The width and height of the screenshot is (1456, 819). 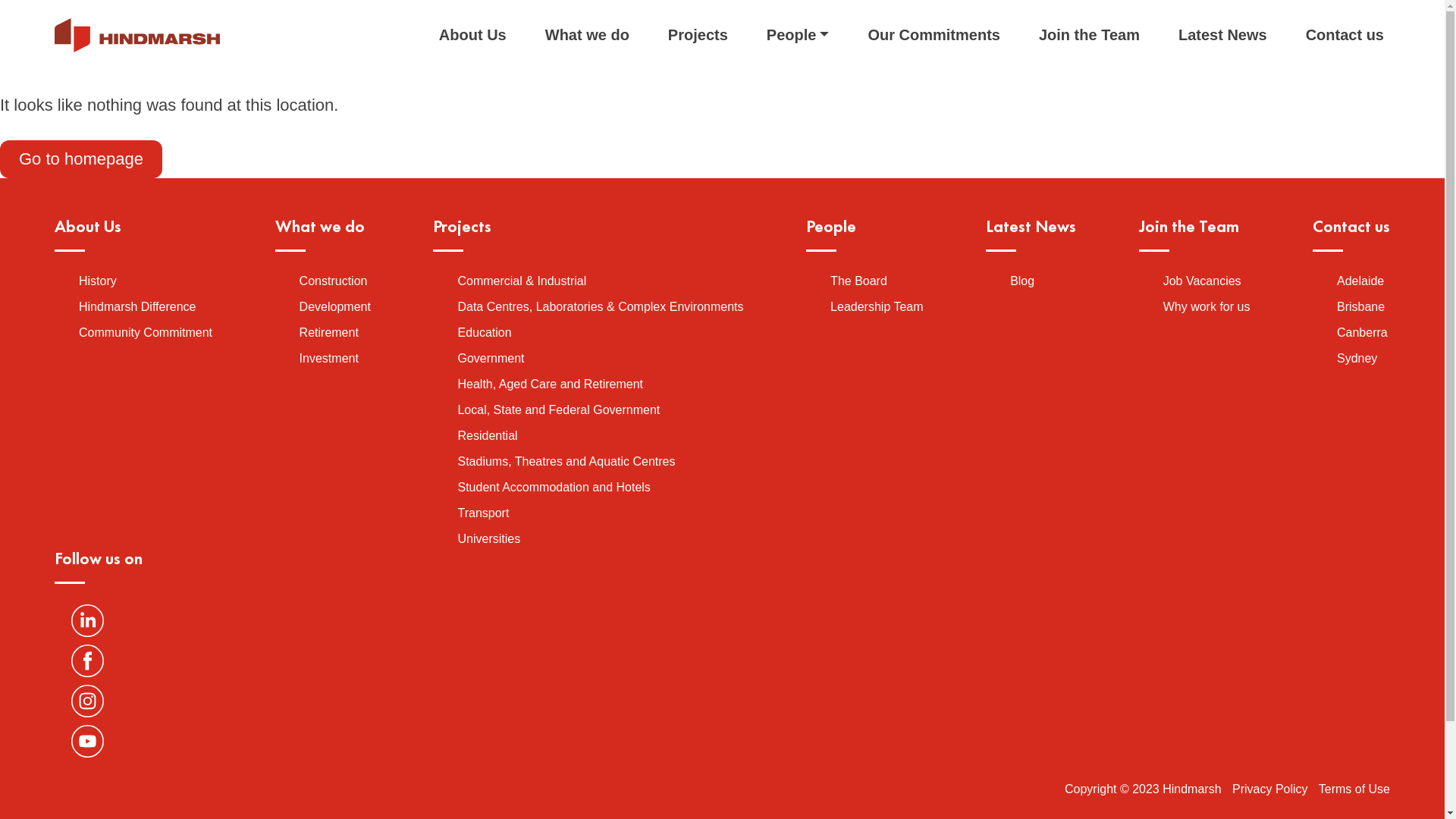 I want to click on 'Data Centres, Laboratories & Complex Environments', so click(x=599, y=306).